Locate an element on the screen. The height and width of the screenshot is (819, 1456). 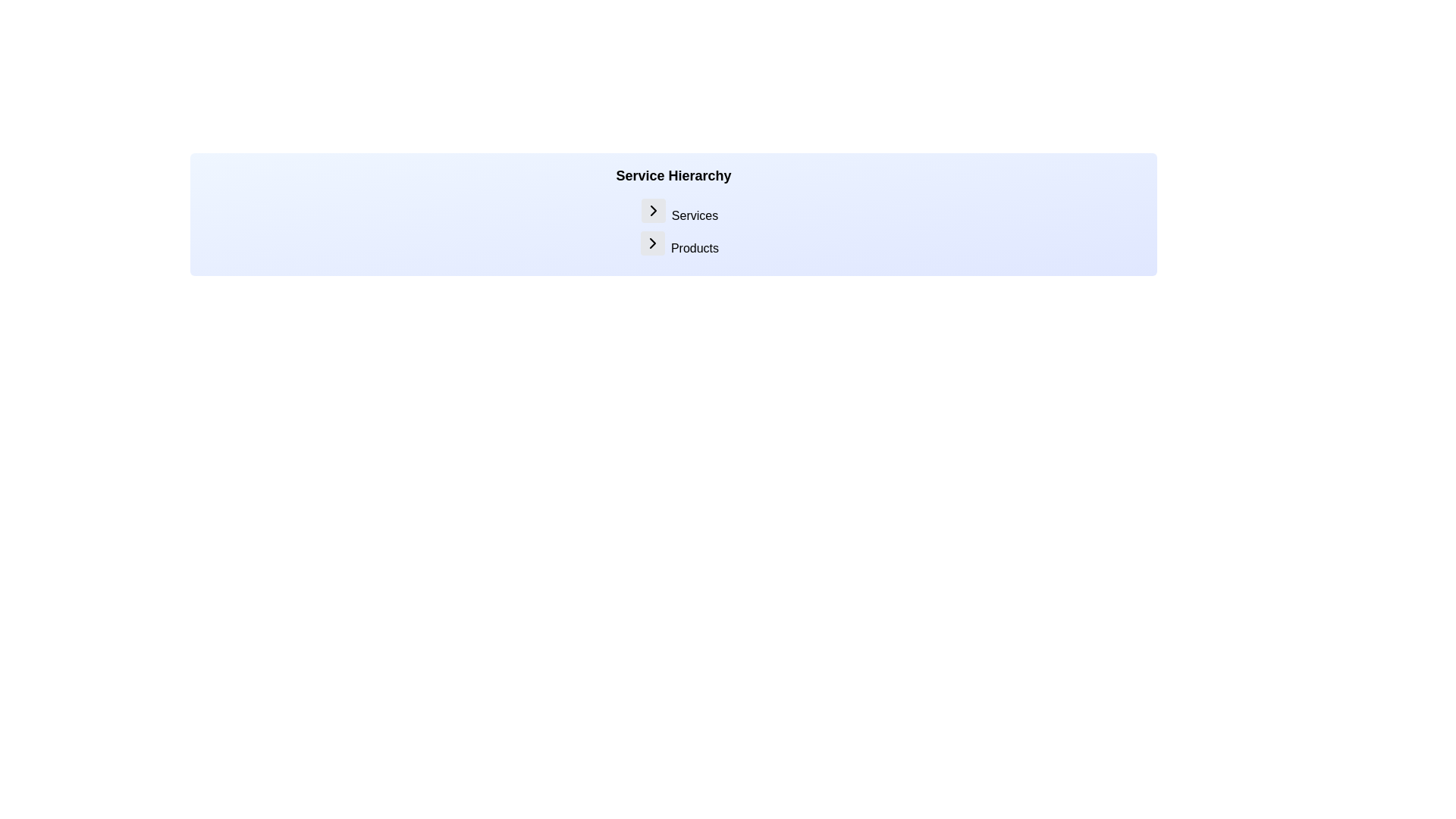
text from the bold label displaying 'Service Hierarchy', which is prominently styled as a section header is located at coordinates (673, 174).